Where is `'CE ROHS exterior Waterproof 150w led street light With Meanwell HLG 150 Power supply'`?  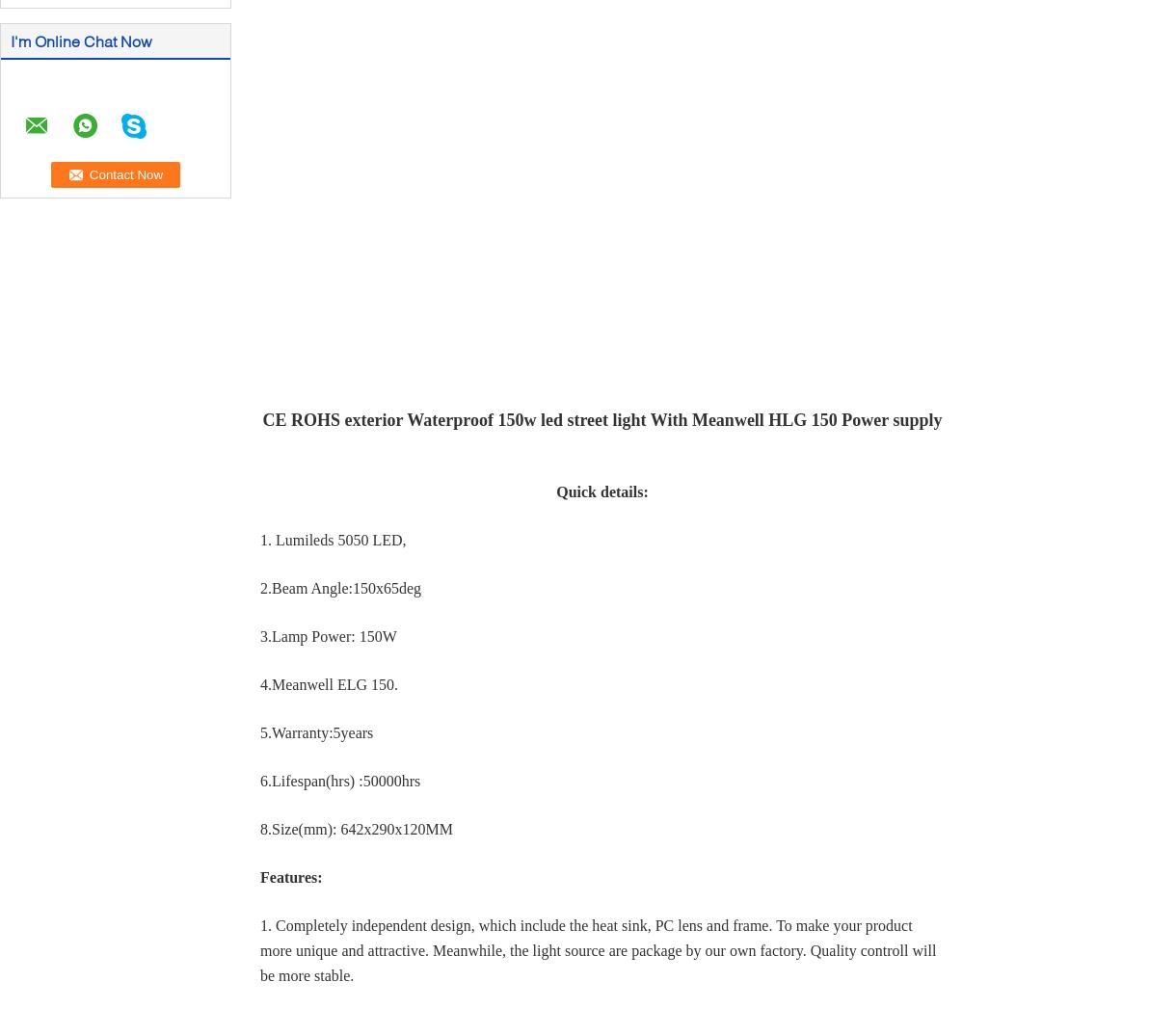 'CE ROHS exterior Waterproof 150w led street light With Meanwell HLG 150 Power supply' is located at coordinates (601, 419).